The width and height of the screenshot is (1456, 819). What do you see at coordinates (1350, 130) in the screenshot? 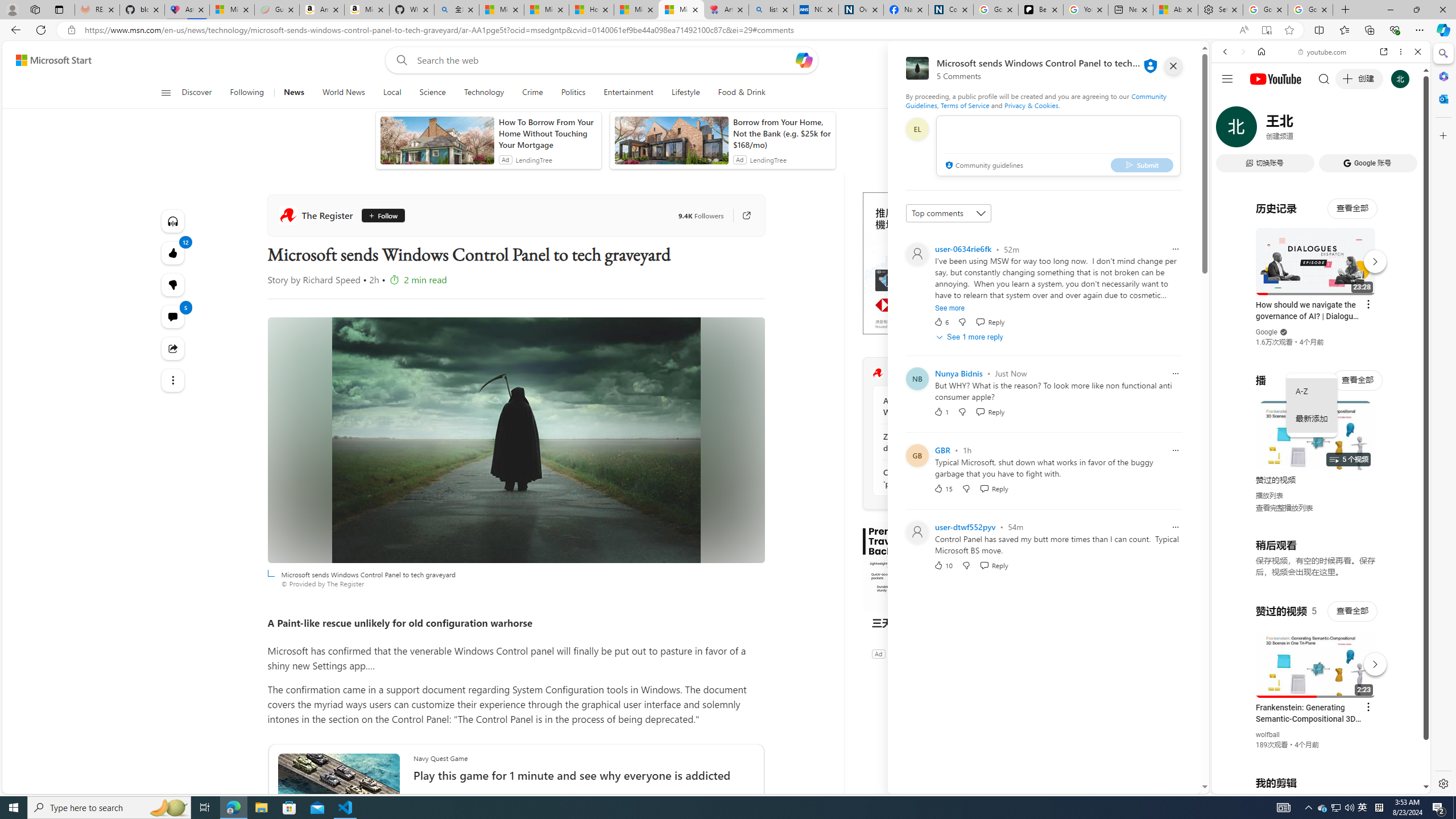
I see `'SEARCH TOOLS'` at bounding box center [1350, 130].